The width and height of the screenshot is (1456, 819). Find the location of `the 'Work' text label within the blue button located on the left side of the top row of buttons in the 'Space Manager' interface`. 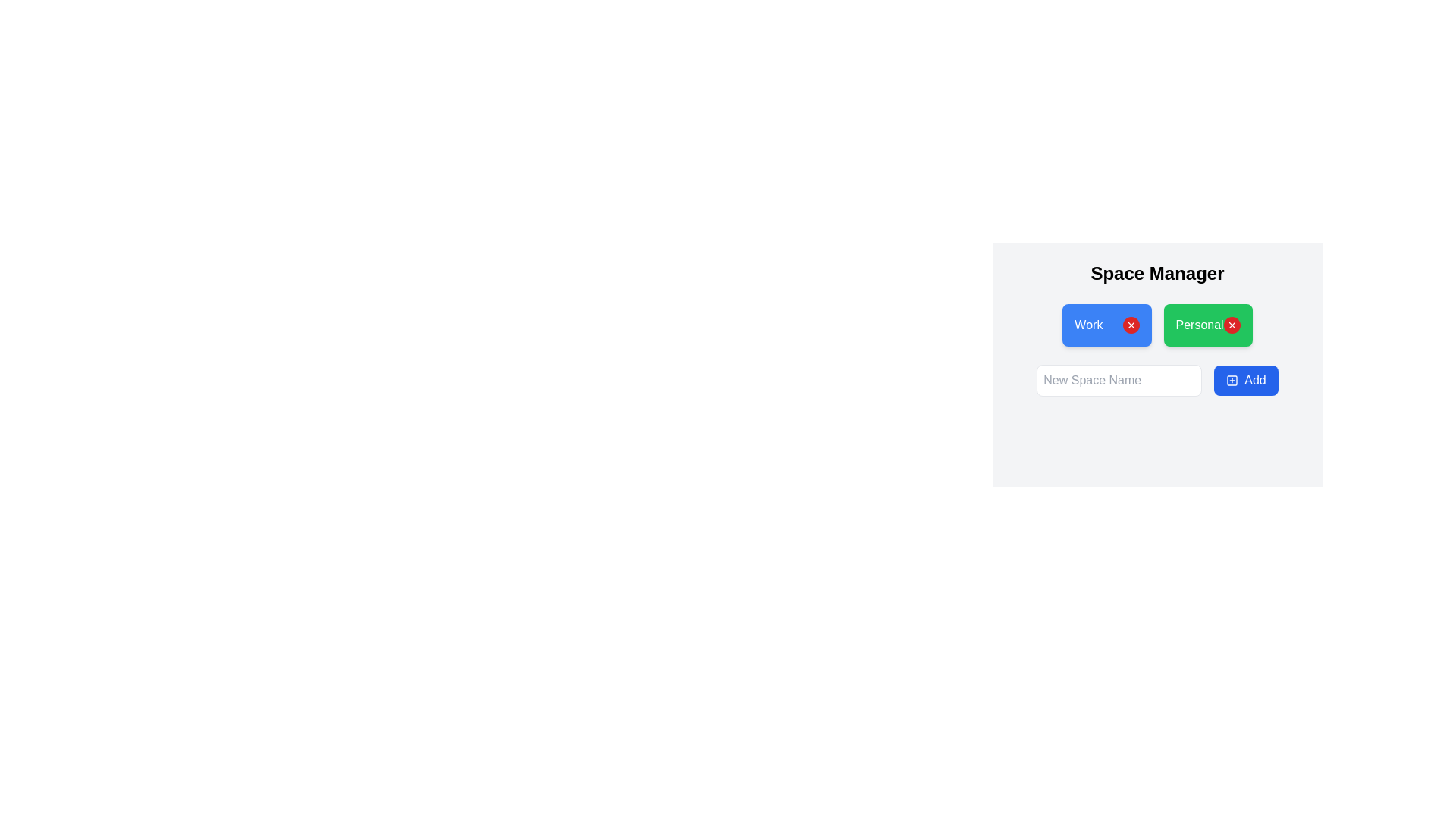

the 'Work' text label within the blue button located on the left side of the top row of buttons in the 'Space Manager' interface is located at coordinates (1087, 324).